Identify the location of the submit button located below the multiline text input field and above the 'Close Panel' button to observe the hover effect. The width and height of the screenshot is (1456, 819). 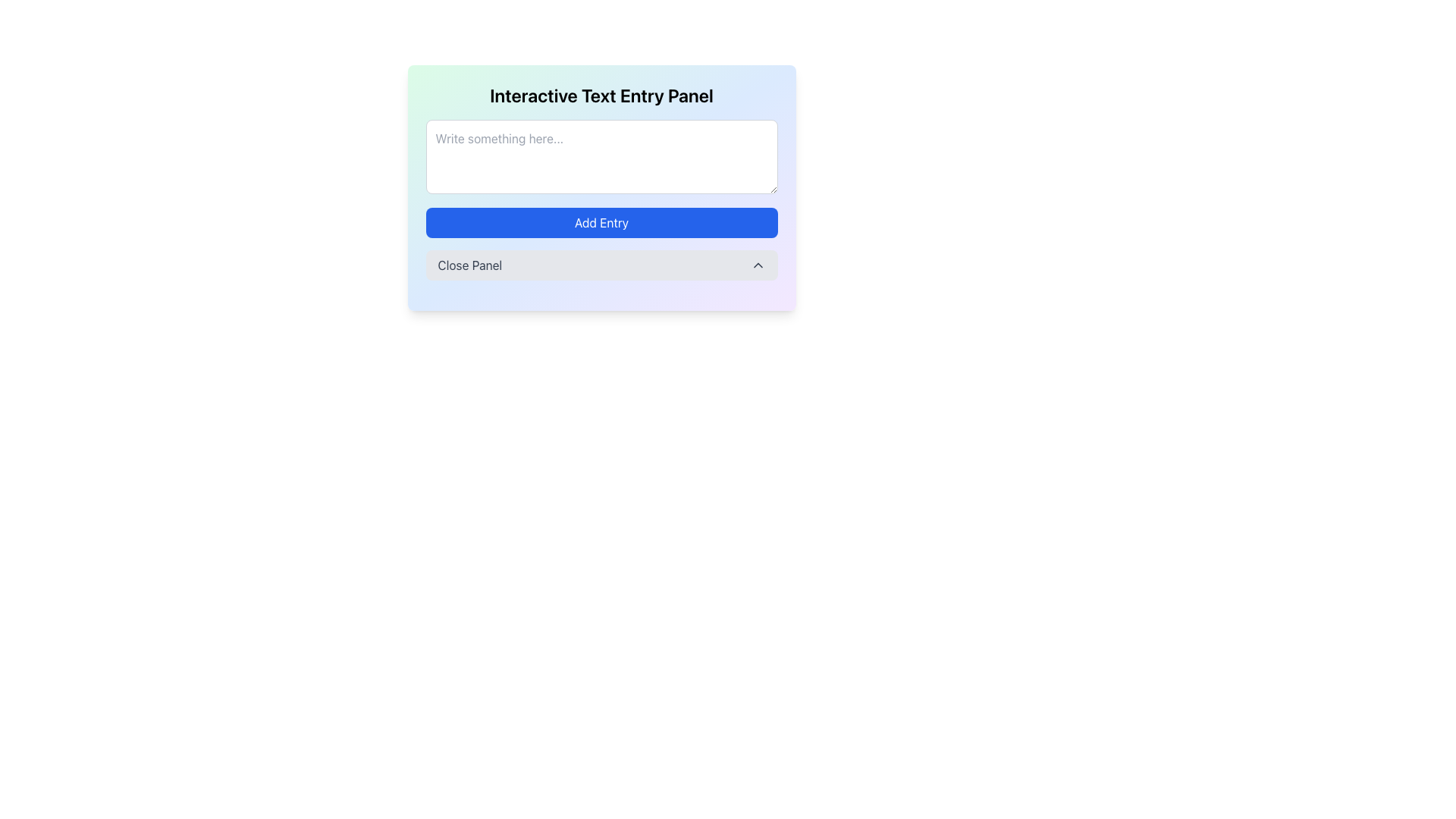
(601, 222).